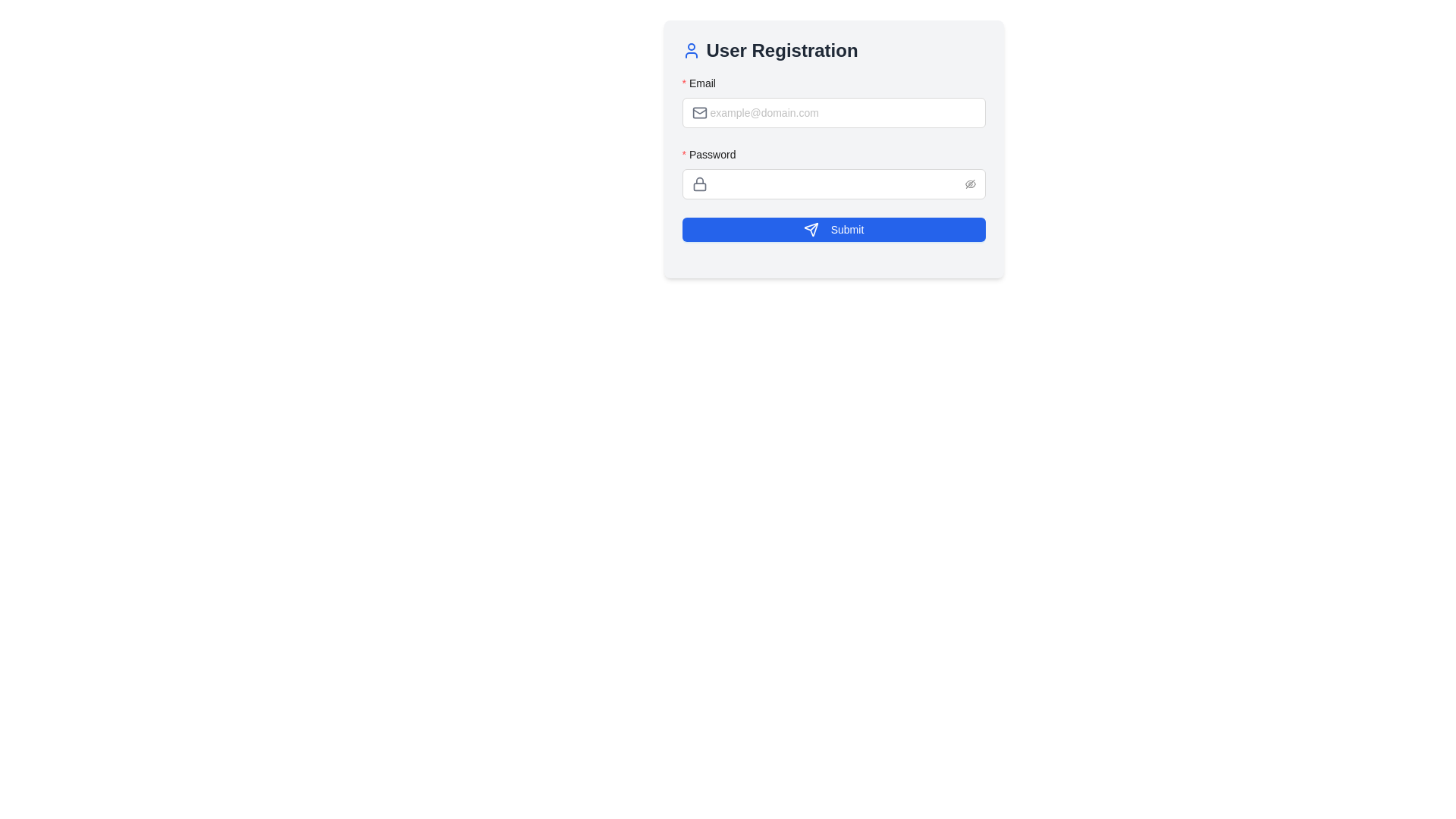  I want to click on text label 'Email' which is prominently displayed in bold font with a red asterisk, indicating a required field, located above the input box for the email address, so click(833, 86).